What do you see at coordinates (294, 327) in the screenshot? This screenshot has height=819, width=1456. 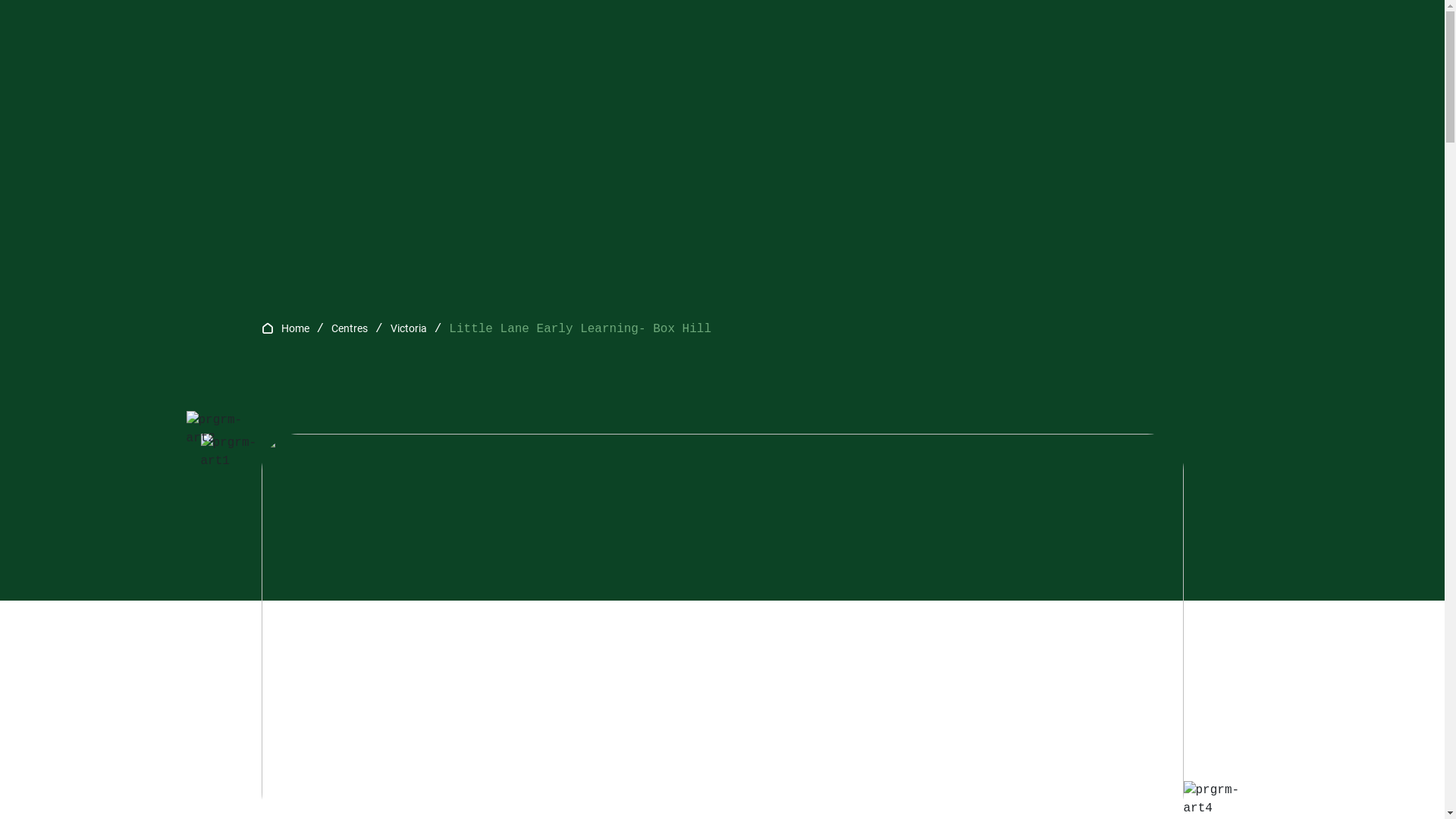 I see `'Home'` at bounding box center [294, 327].